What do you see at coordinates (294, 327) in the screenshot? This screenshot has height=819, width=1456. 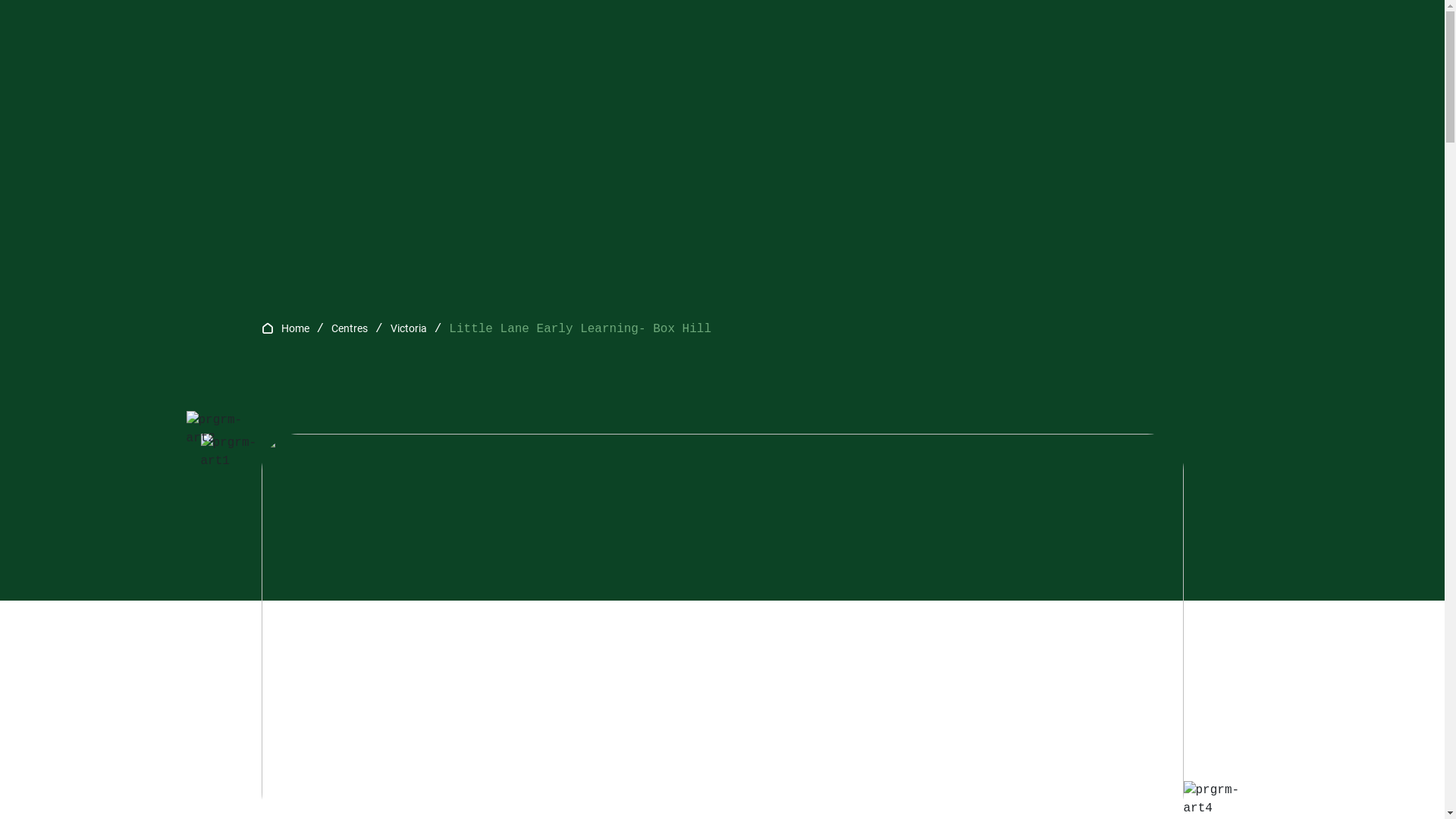 I see `'Home'` at bounding box center [294, 327].